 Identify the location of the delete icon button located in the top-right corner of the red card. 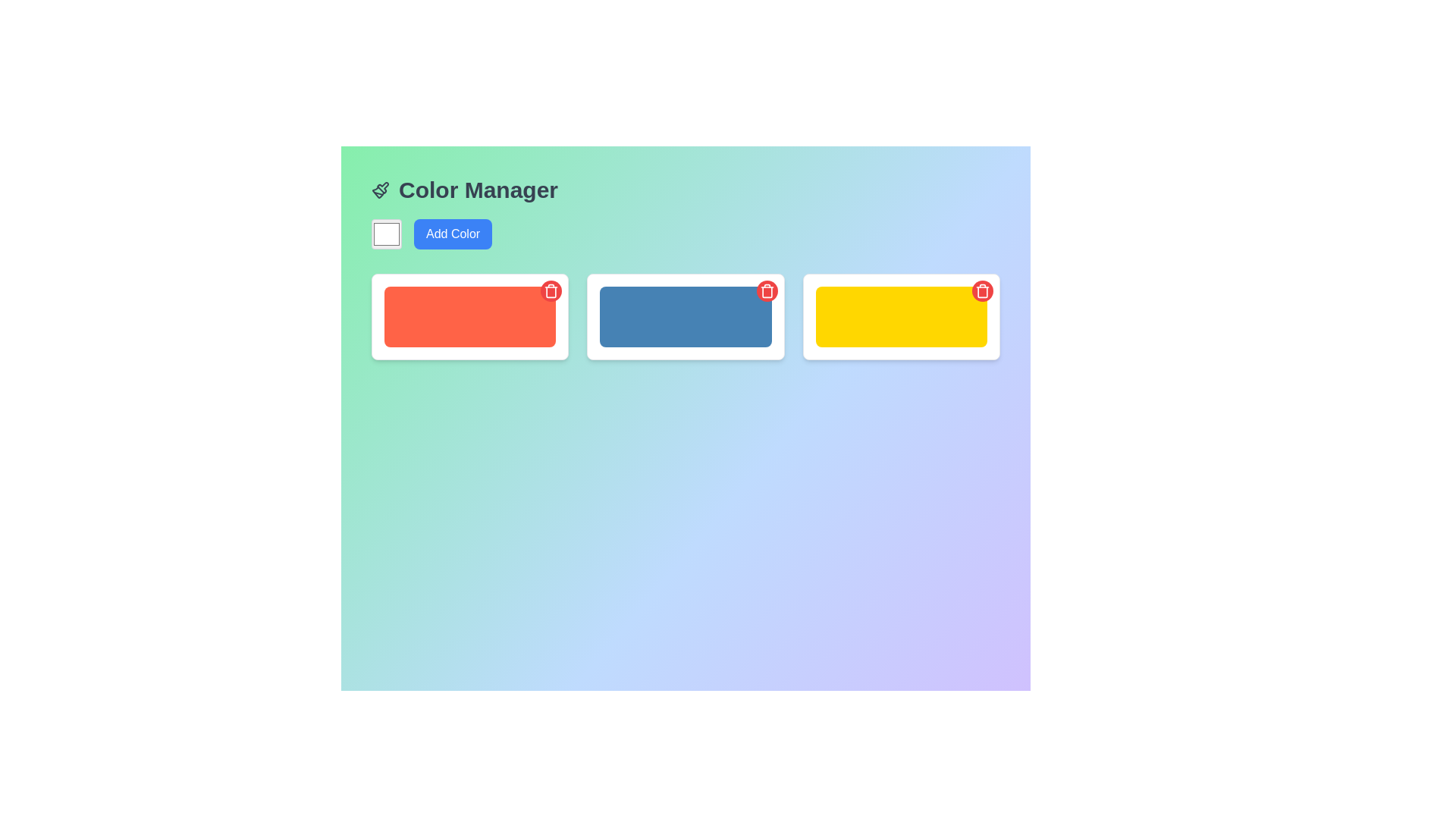
(551, 291).